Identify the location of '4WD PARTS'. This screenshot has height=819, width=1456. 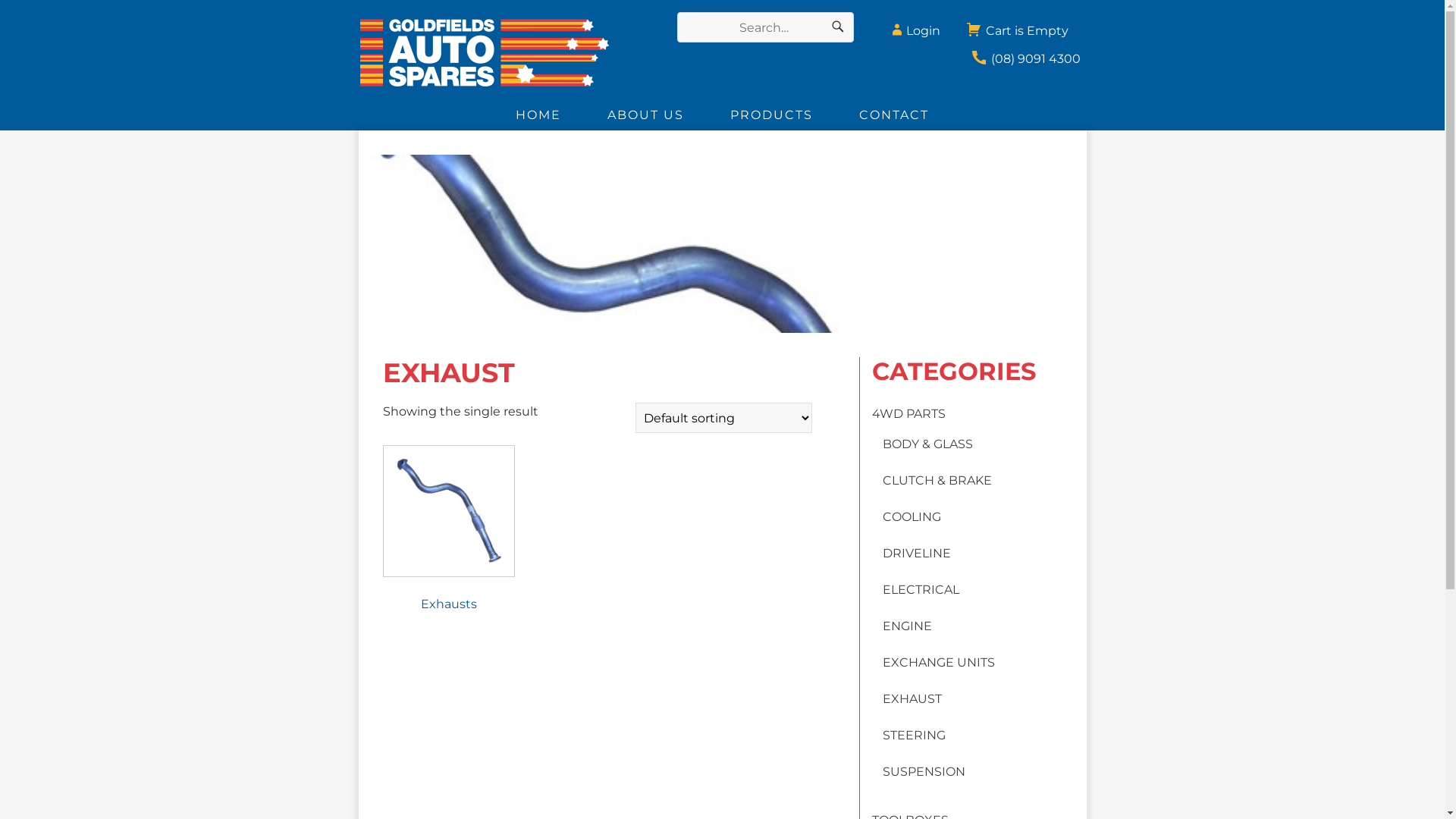
(908, 413).